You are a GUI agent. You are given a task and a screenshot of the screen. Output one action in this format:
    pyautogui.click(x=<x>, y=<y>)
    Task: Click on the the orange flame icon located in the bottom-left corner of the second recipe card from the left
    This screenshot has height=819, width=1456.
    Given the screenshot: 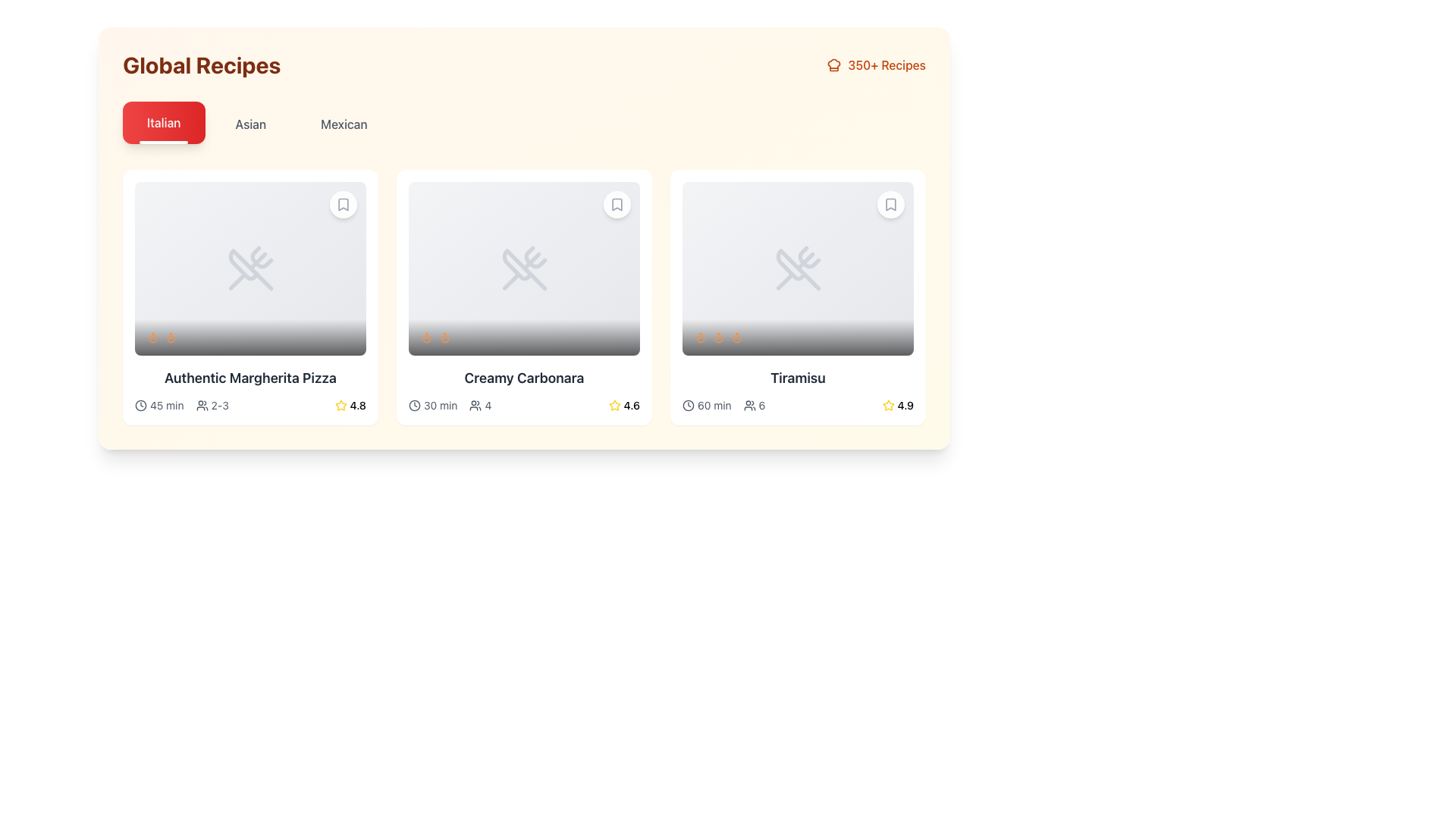 What is the action you would take?
    pyautogui.click(x=444, y=336)
    